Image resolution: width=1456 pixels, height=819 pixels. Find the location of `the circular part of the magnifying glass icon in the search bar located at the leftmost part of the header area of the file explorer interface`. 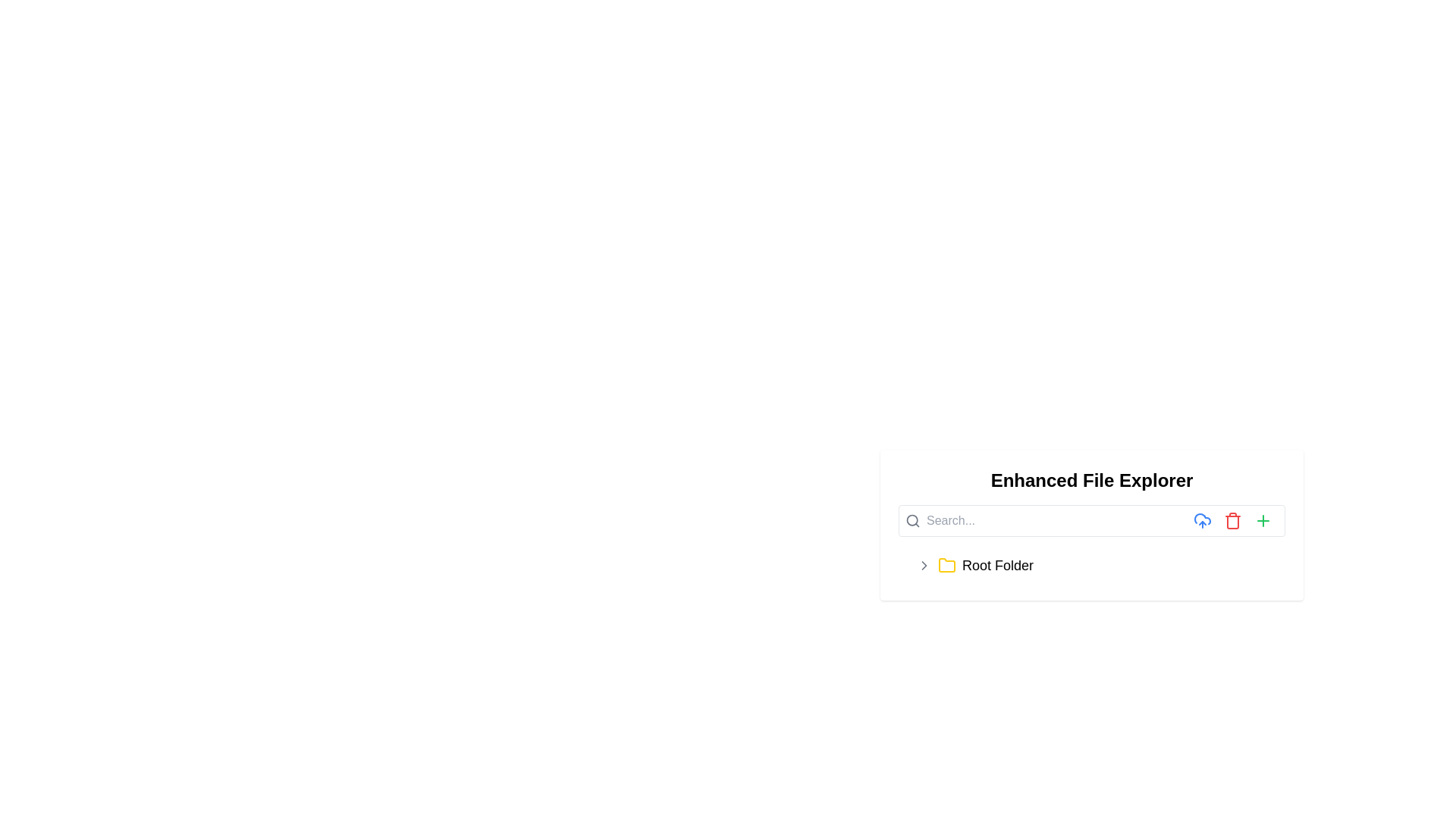

the circular part of the magnifying glass icon in the search bar located at the leftmost part of the header area of the file explorer interface is located at coordinates (912, 519).